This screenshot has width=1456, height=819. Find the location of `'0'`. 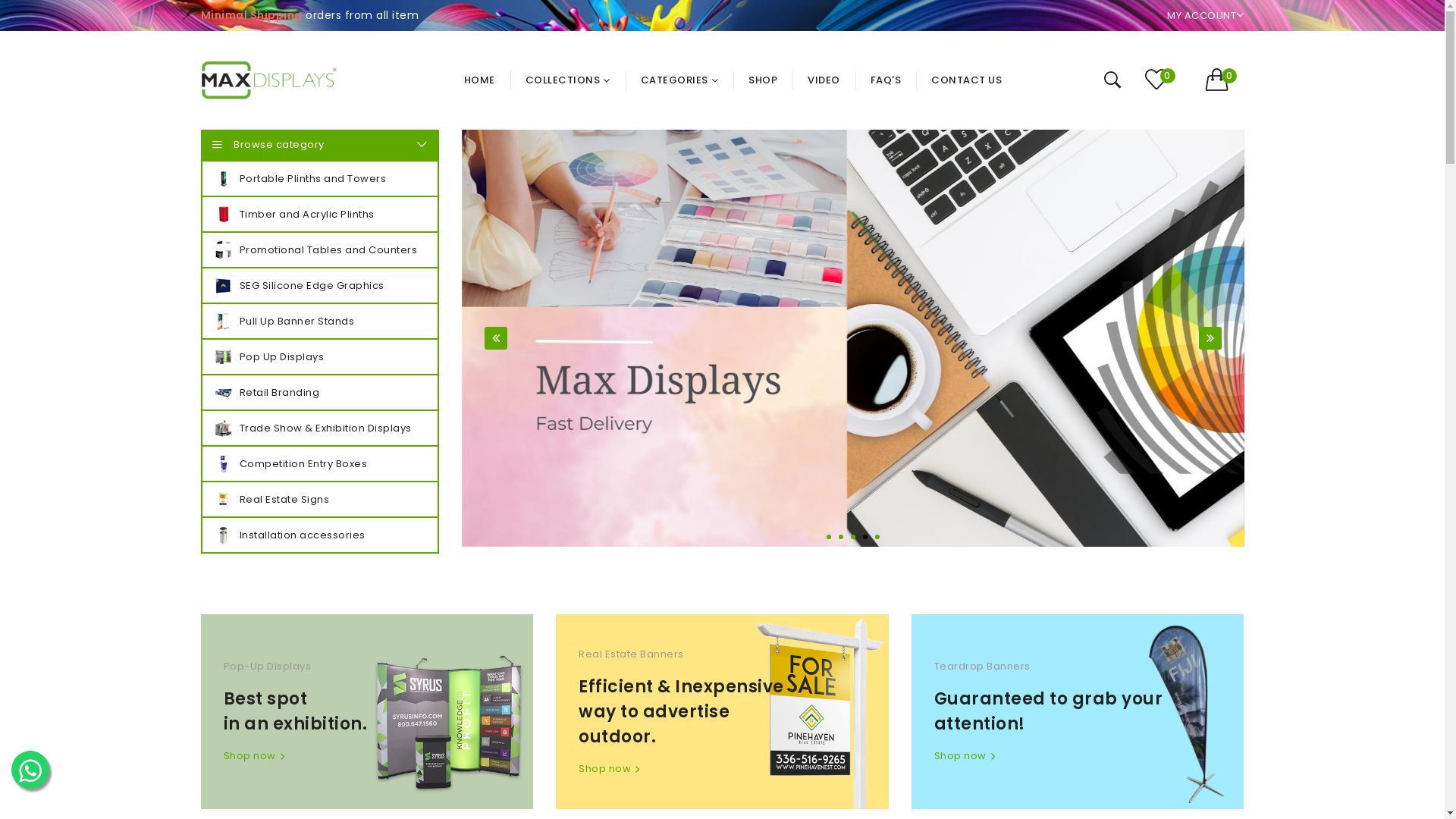

'0' is located at coordinates (1163, 80).